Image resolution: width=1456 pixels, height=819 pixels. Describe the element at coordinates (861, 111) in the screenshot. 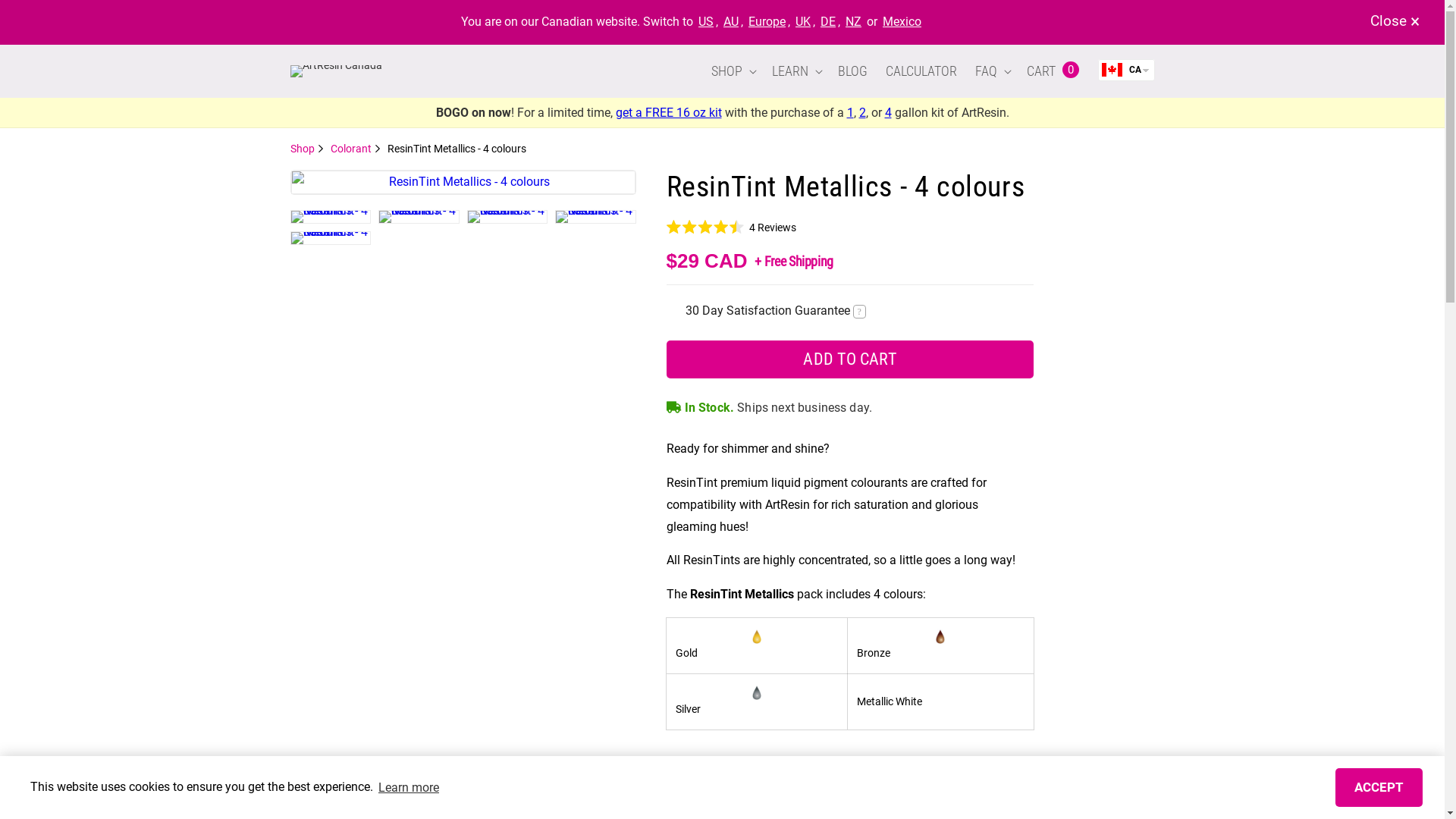

I see `'2'` at that location.